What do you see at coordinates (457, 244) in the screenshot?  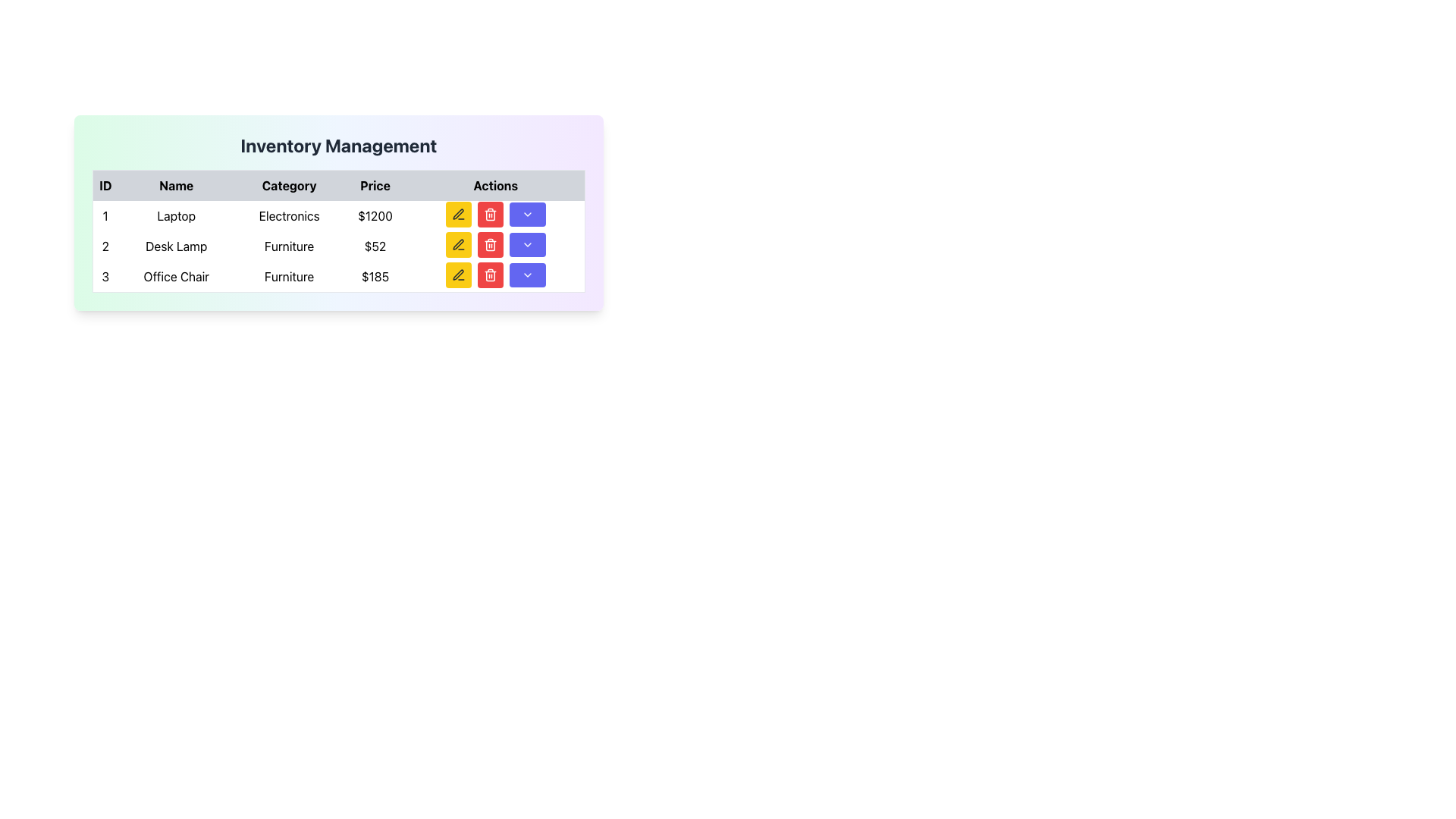 I see `the SVG-based icon component for editing functionality in the 'Desk Lamp' row within the Actions column` at bounding box center [457, 244].